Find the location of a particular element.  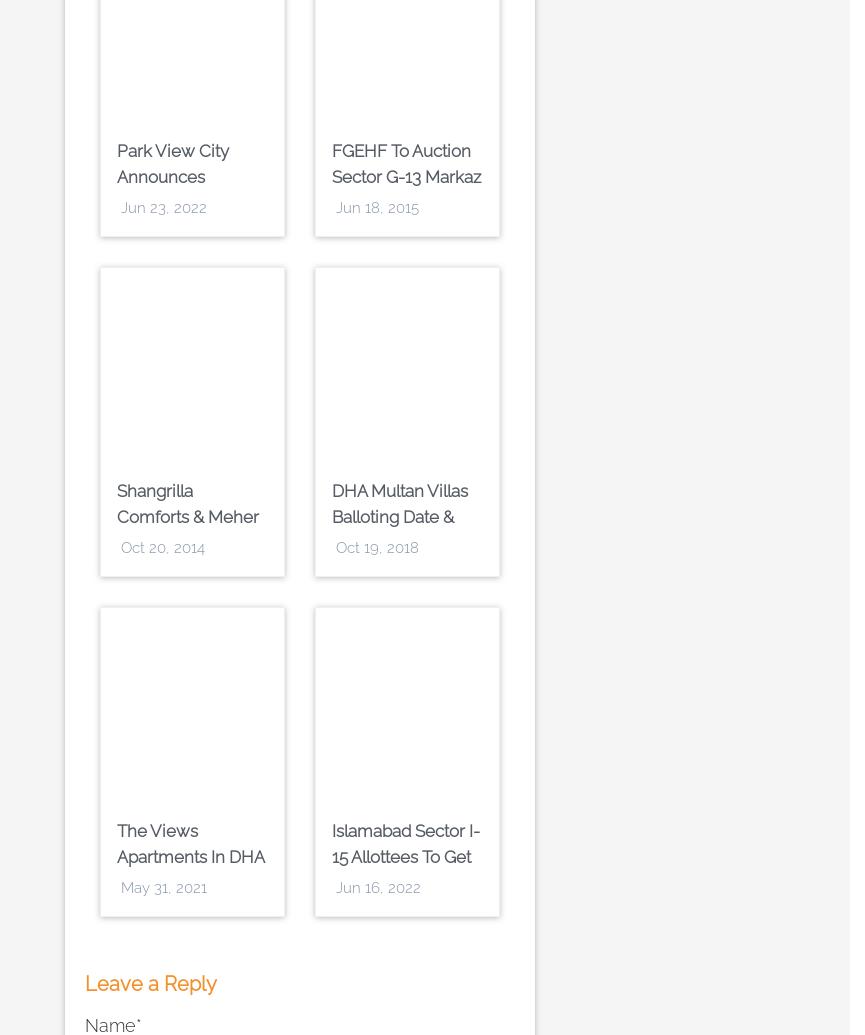

'The Views Apartments in DHA Phase 8 Karachi by Emaar Pakistan' is located at coordinates (189, 869).